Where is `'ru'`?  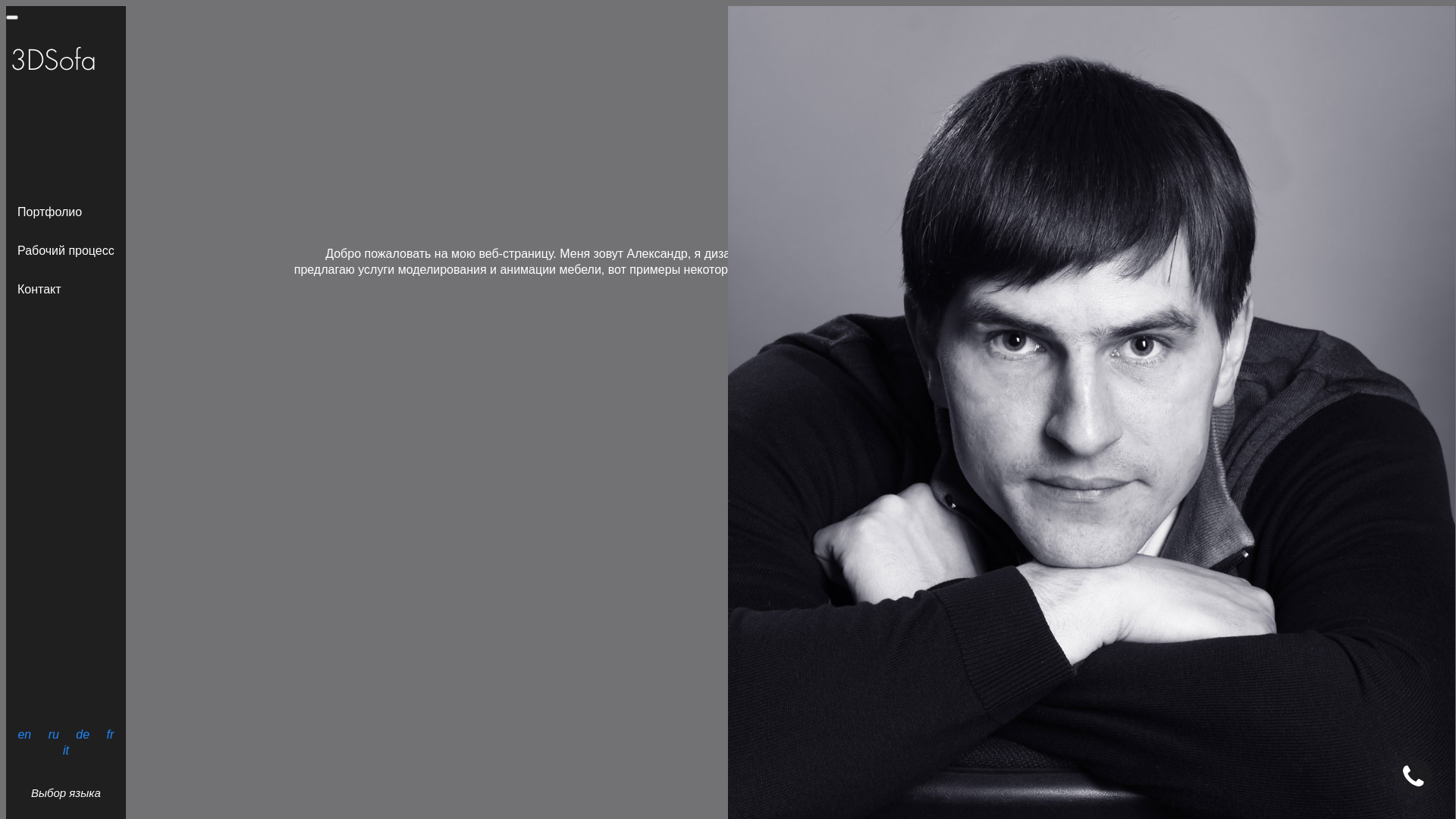
'ru' is located at coordinates (45, 733).